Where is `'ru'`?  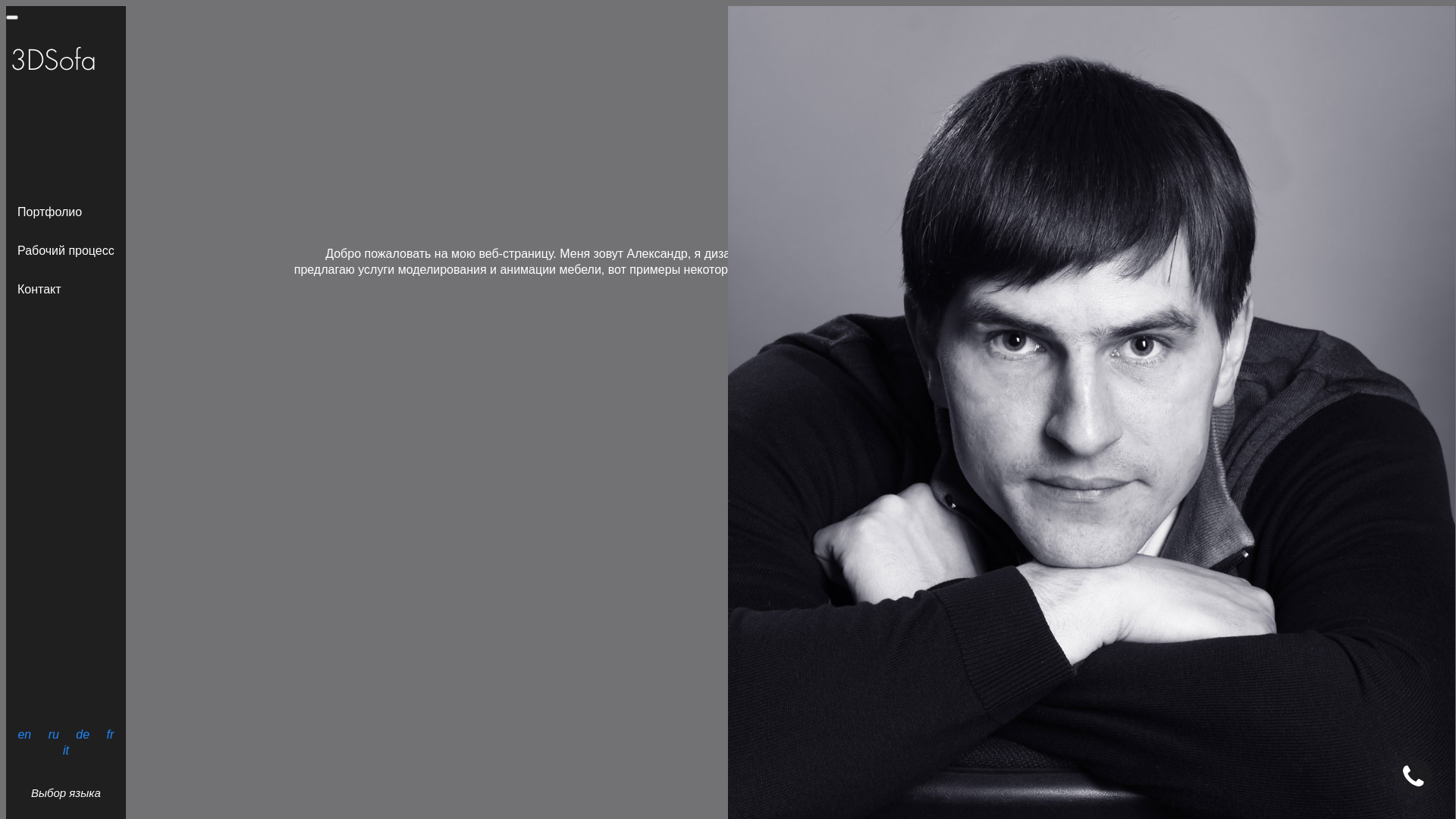
'ru' is located at coordinates (45, 733).